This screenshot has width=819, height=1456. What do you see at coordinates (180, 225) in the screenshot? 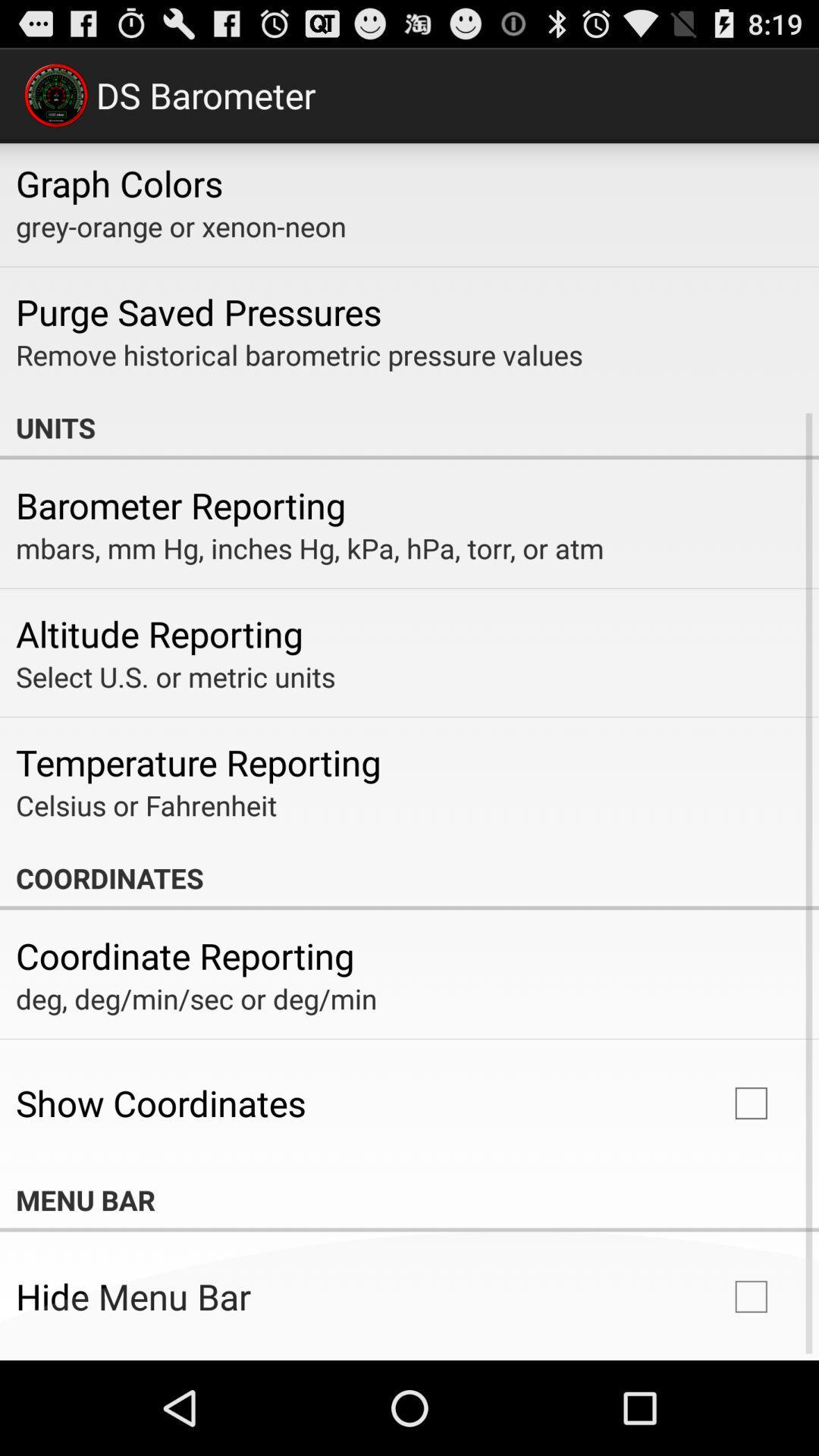
I see `grey orange or` at bounding box center [180, 225].